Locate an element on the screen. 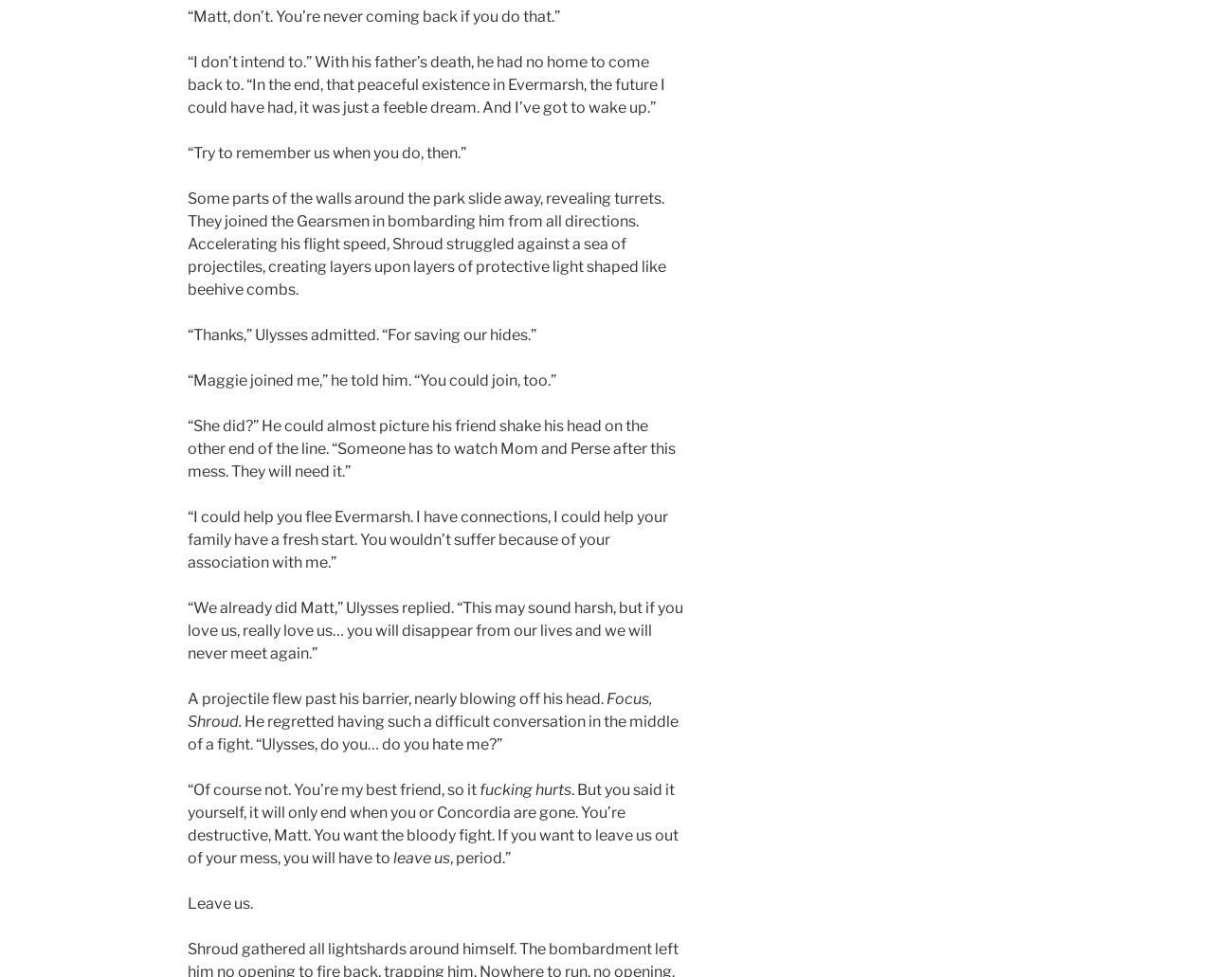 This screenshot has height=977, width=1232. 'A projectile flew past his barrier, nearly blowing off his head.' is located at coordinates (396, 697).